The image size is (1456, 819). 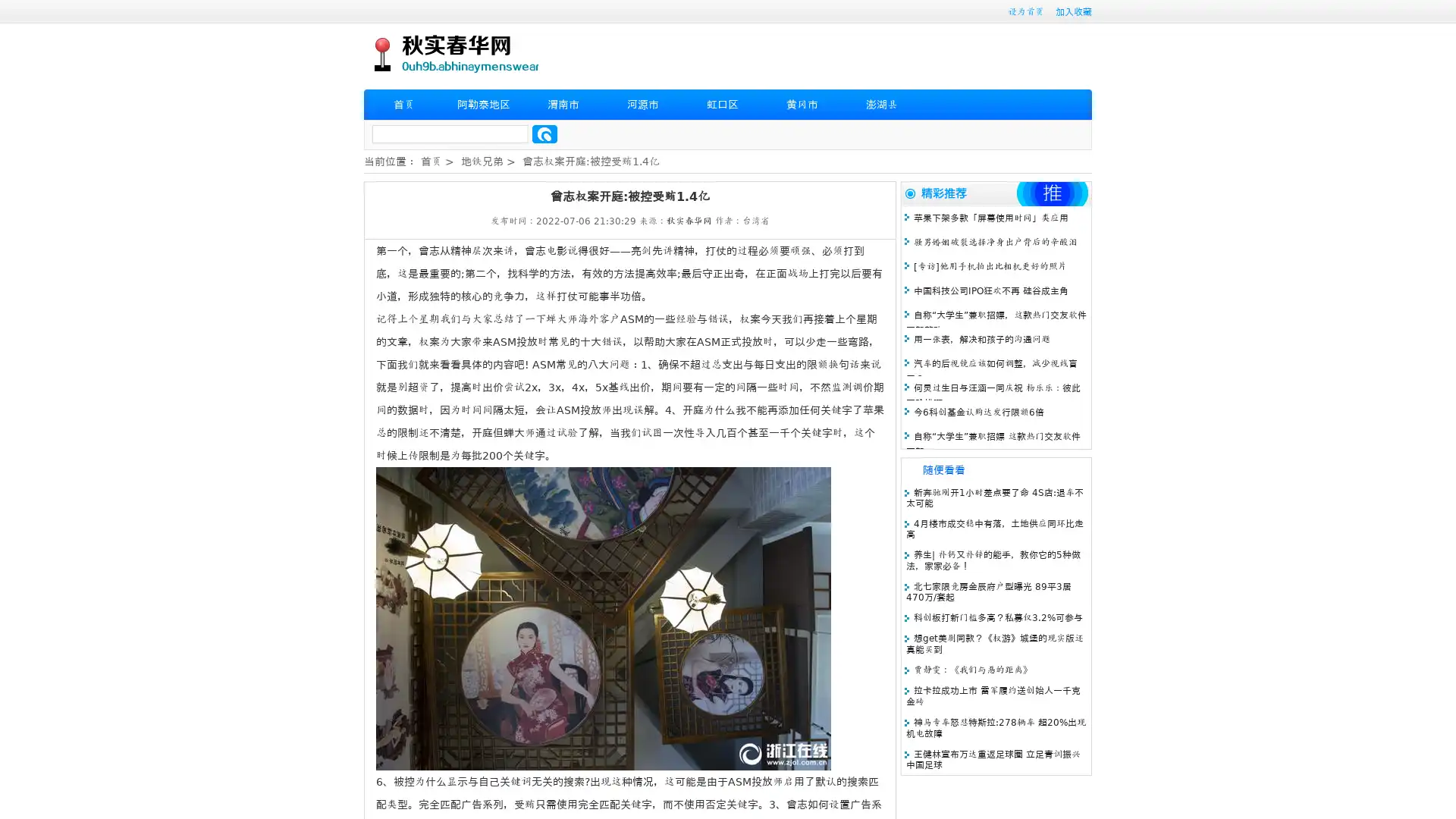 I want to click on Search, so click(x=544, y=133).